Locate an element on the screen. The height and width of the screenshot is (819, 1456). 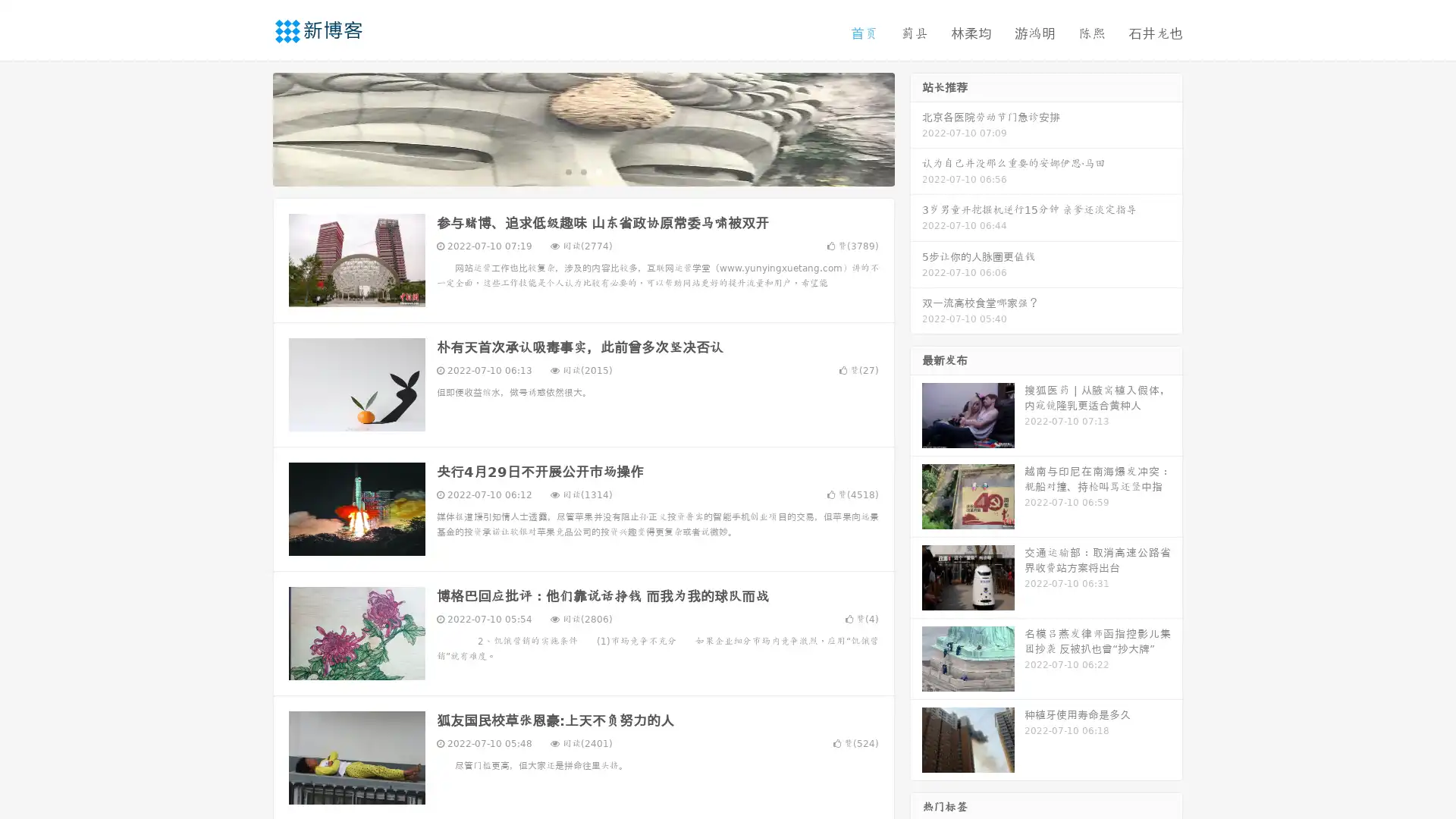
Next slide is located at coordinates (916, 127).